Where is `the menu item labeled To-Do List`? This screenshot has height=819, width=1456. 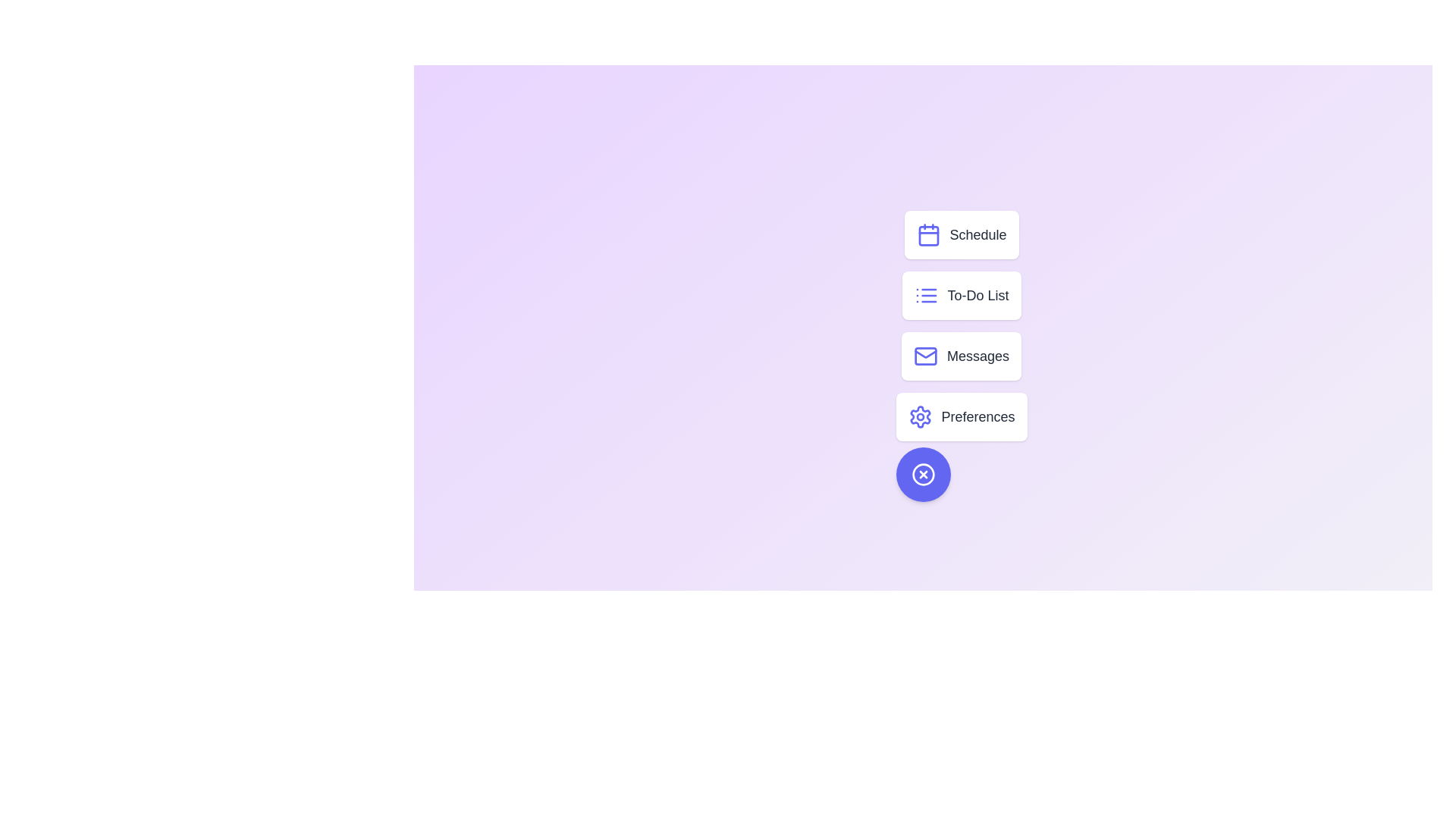
the menu item labeled To-Do List is located at coordinates (960, 295).